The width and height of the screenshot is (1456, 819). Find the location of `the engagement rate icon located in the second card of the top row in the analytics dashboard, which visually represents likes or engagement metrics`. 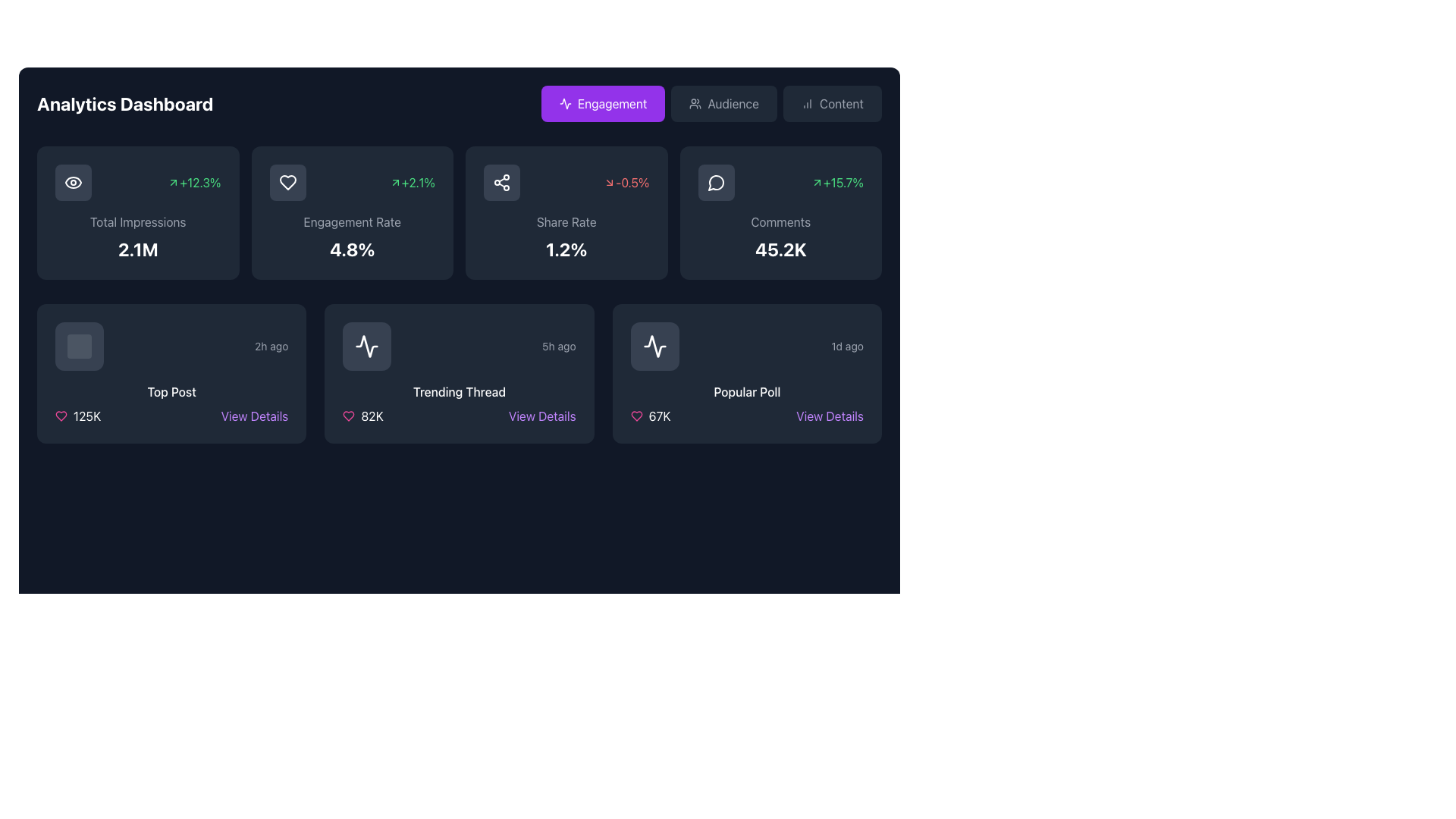

the engagement rate icon located in the second card of the top row in the analytics dashboard, which visually represents likes or engagement metrics is located at coordinates (287, 181).